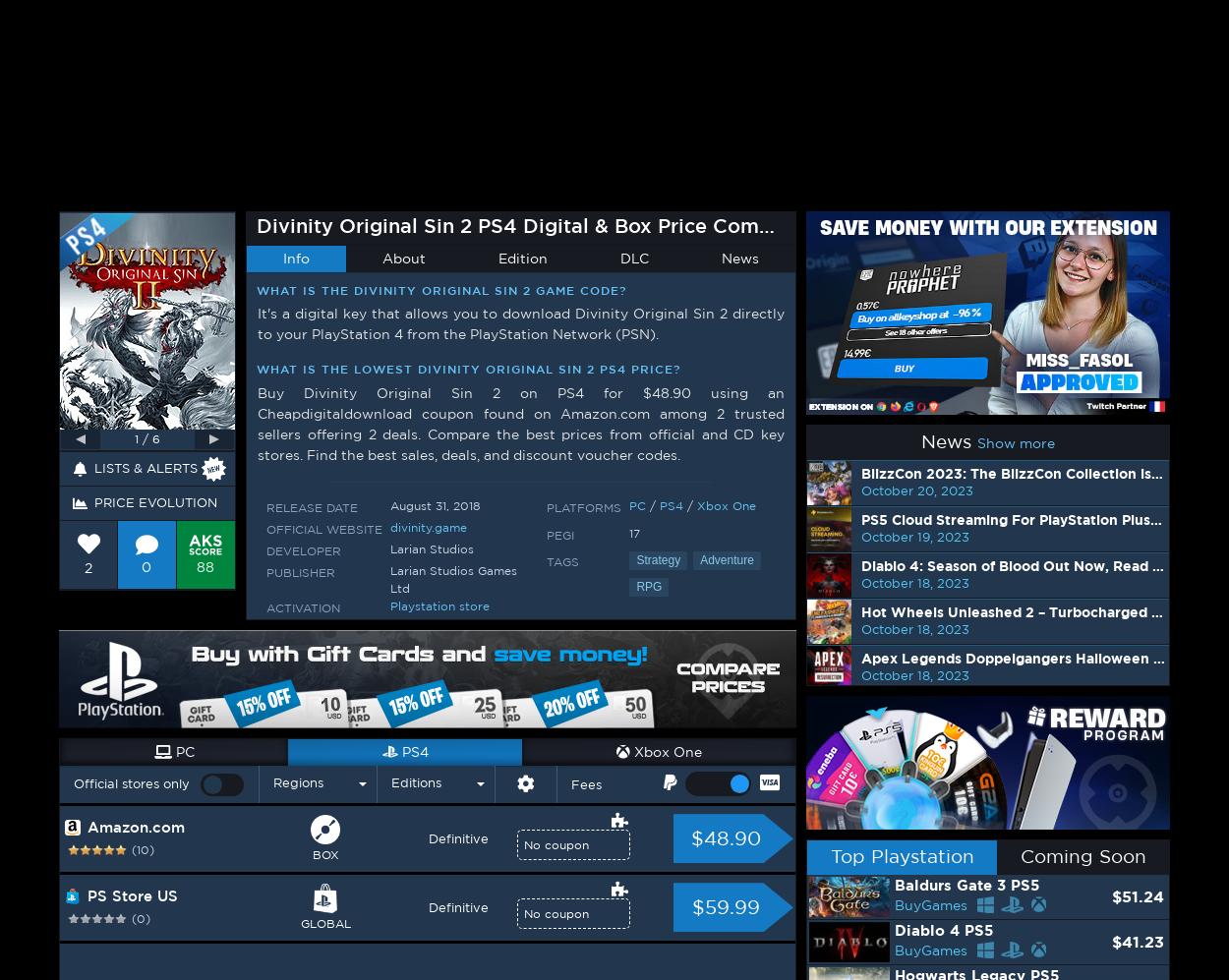  Describe the element at coordinates (1135, 587) in the screenshot. I see `'$69.99'` at that location.